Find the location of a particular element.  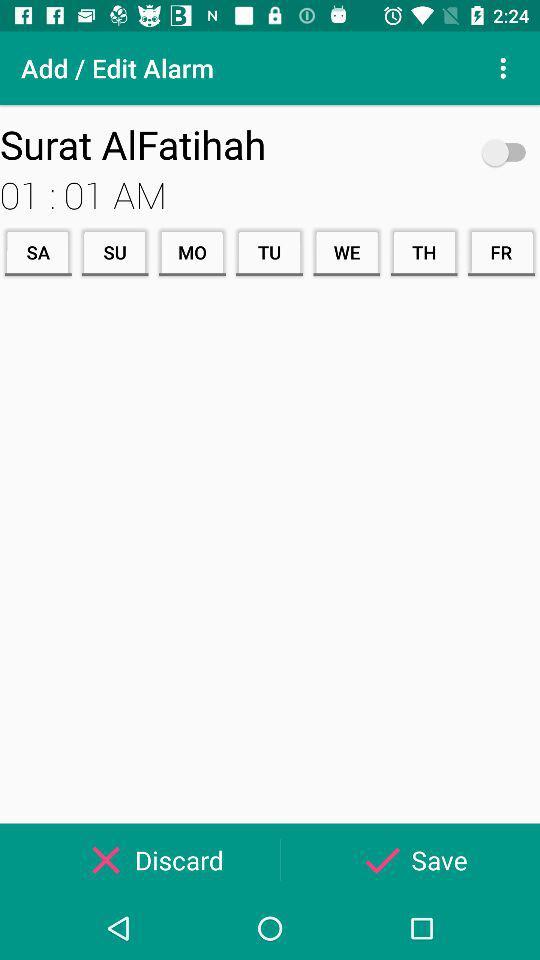

the th item is located at coordinates (423, 251).